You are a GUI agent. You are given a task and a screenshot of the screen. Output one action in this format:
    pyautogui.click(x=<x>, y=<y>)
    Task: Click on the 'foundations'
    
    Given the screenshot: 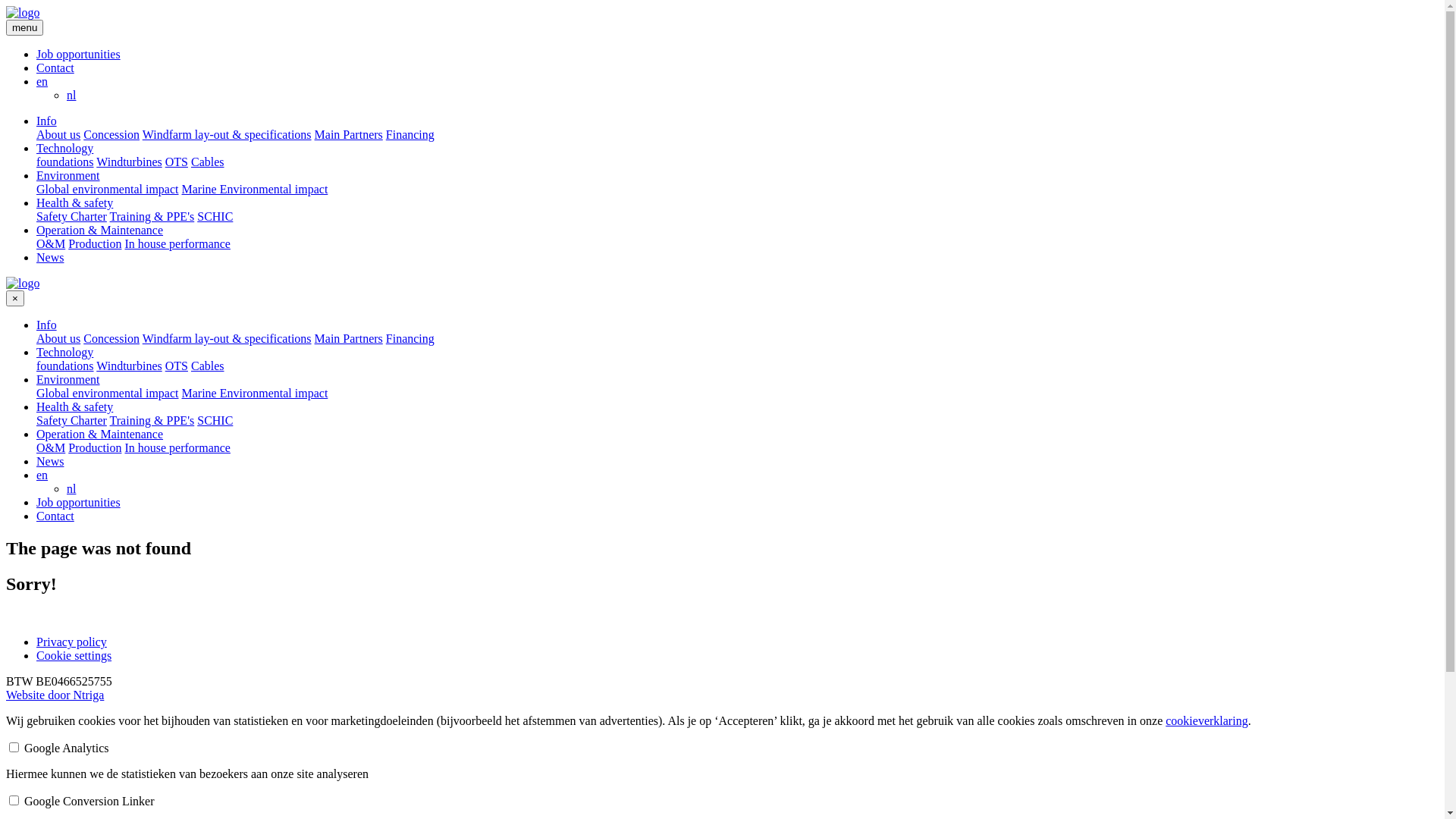 What is the action you would take?
    pyautogui.click(x=64, y=366)
    